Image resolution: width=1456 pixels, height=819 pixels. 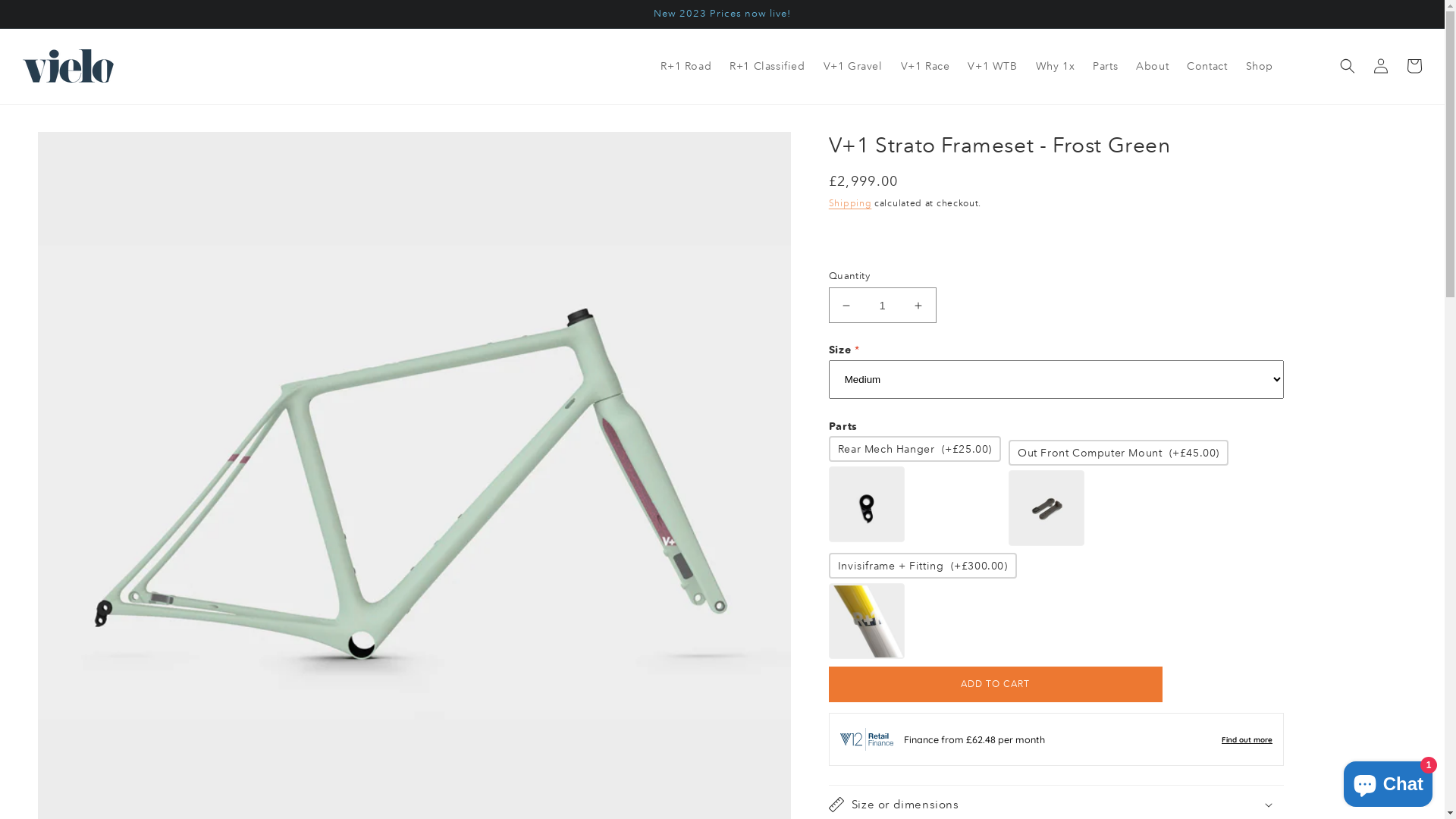 I want to click on 'V+1 Race', so click(x=924, y=65).